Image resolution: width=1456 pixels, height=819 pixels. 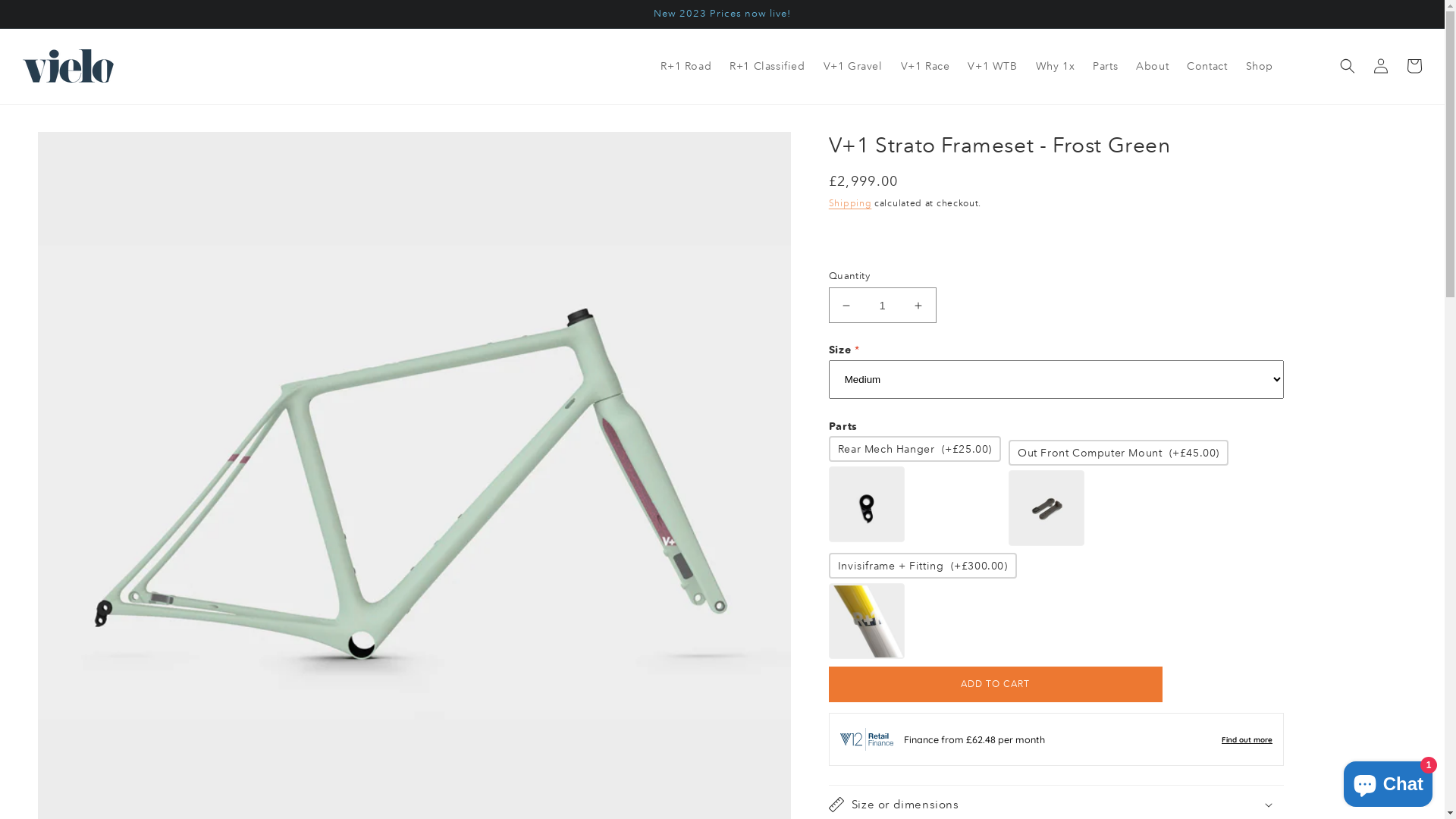 I want to click on 'V+1 Race', so click(x=924, y=65).